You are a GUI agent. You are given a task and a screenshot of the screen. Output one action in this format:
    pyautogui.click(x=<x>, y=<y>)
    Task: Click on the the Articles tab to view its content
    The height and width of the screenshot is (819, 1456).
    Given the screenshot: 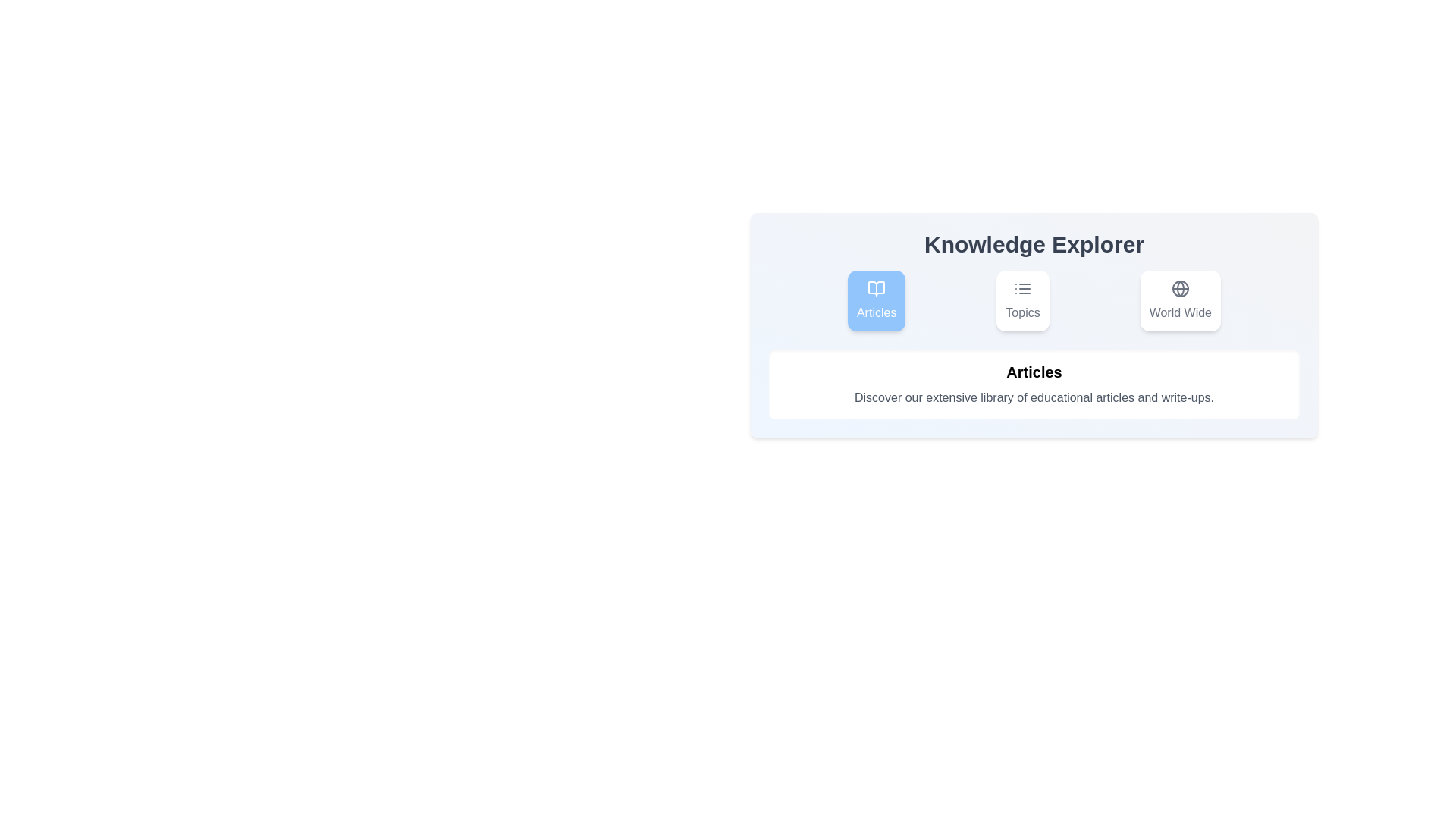 What is the action you would take?
    pyautogui.click(x=877, y=301)
    